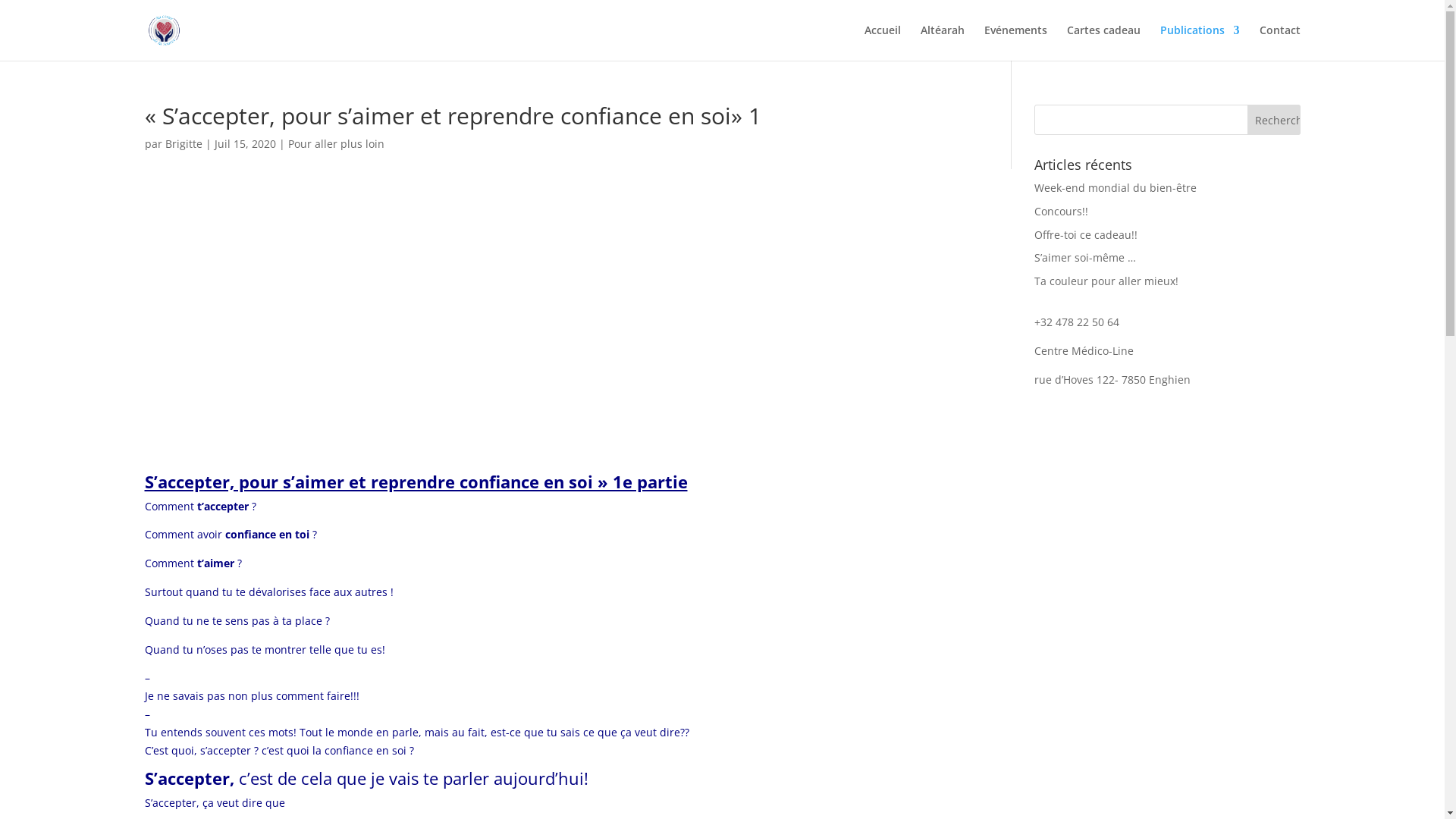  What do you see at coordinates (1199, 42) in the screenshot?
I see `'Publications'` at bounding box center [1199, 42].